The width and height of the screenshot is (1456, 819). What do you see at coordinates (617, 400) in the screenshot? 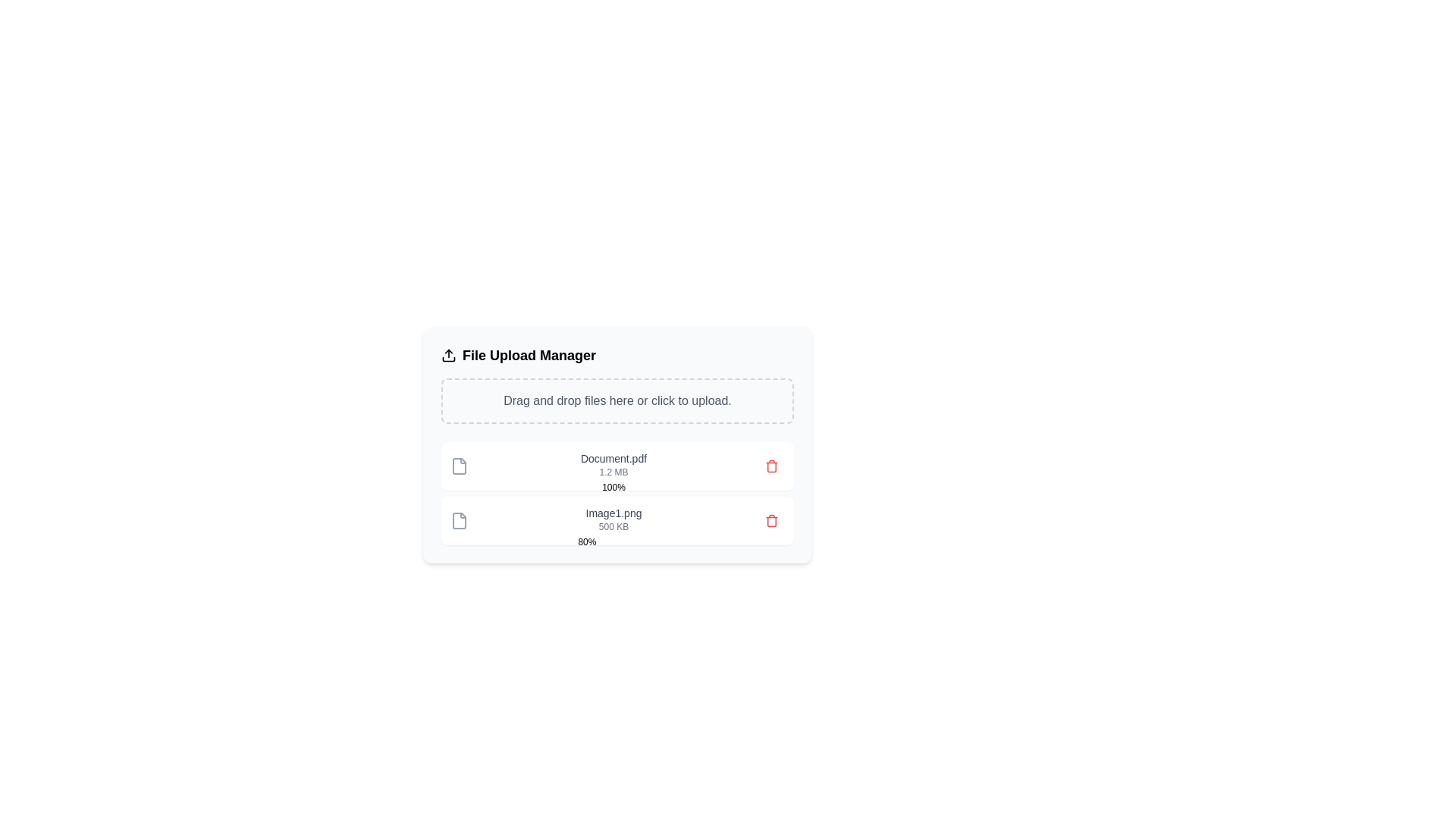
I see `inside the Interactive file upload area in the 'File Upload Manager'` at bounding box center [617, 400].